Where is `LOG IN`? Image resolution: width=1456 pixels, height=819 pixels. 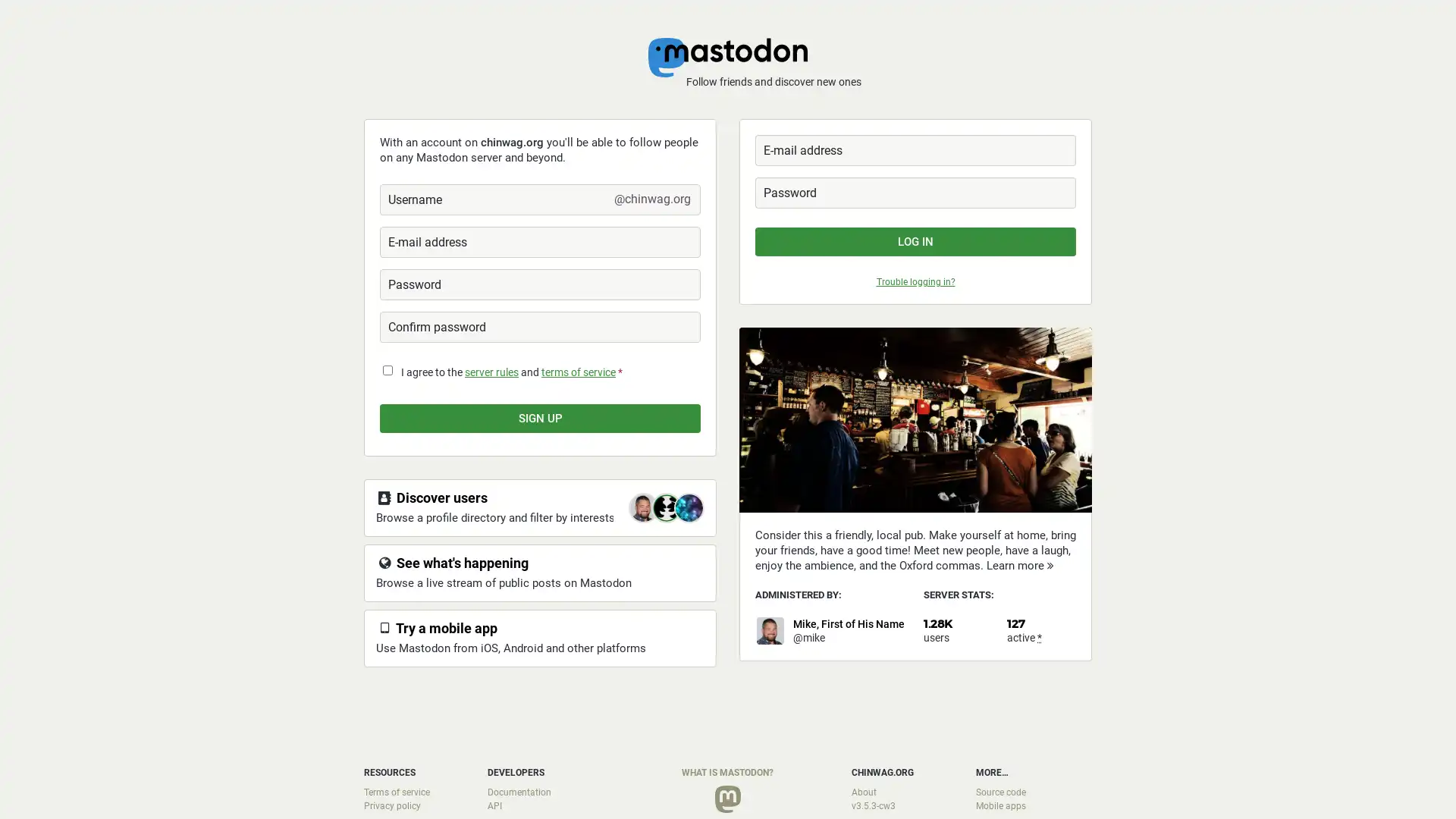 LOG IN is located at coordinates (915, 241).